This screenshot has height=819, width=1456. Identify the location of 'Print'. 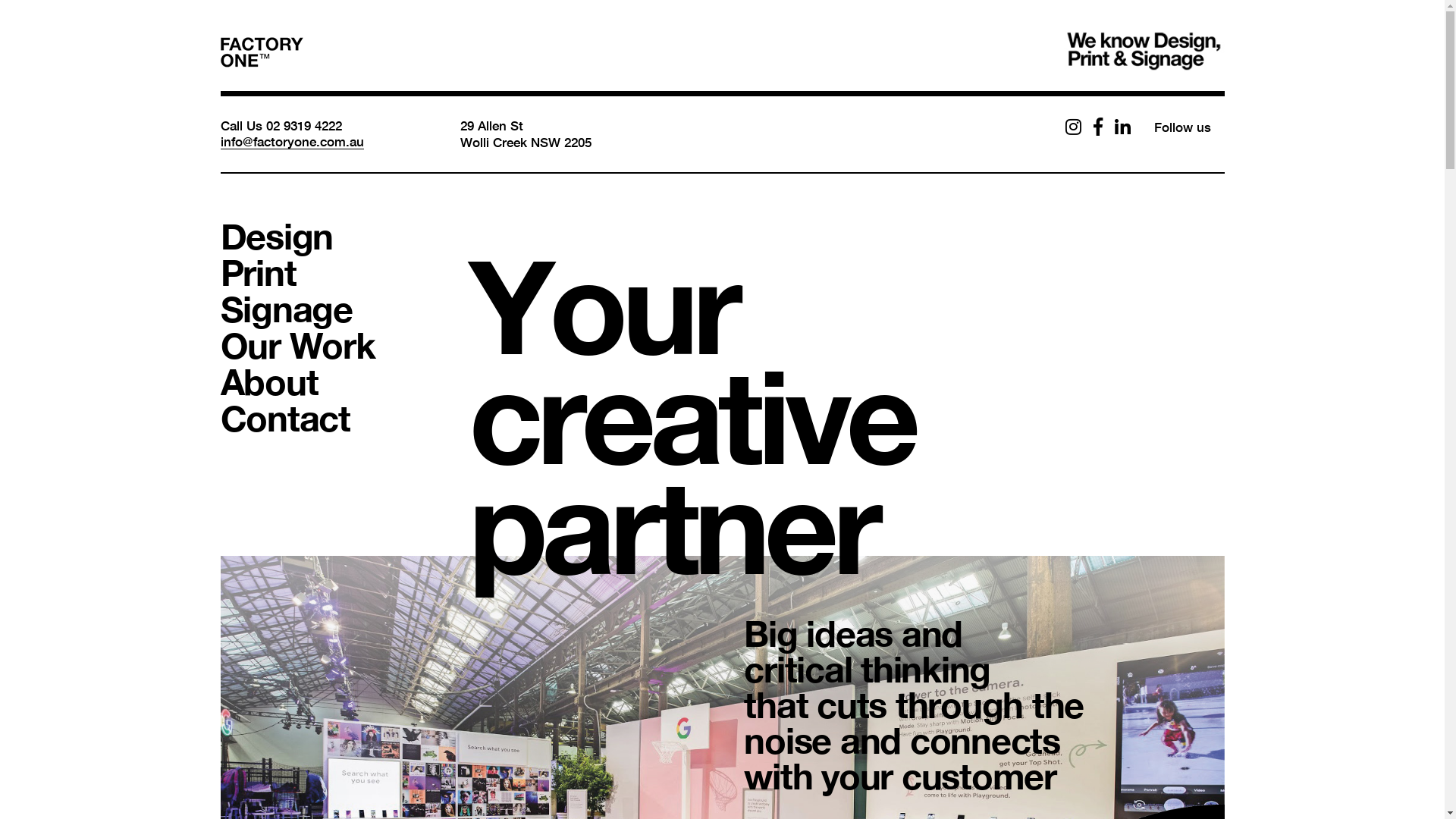
(258, 271).